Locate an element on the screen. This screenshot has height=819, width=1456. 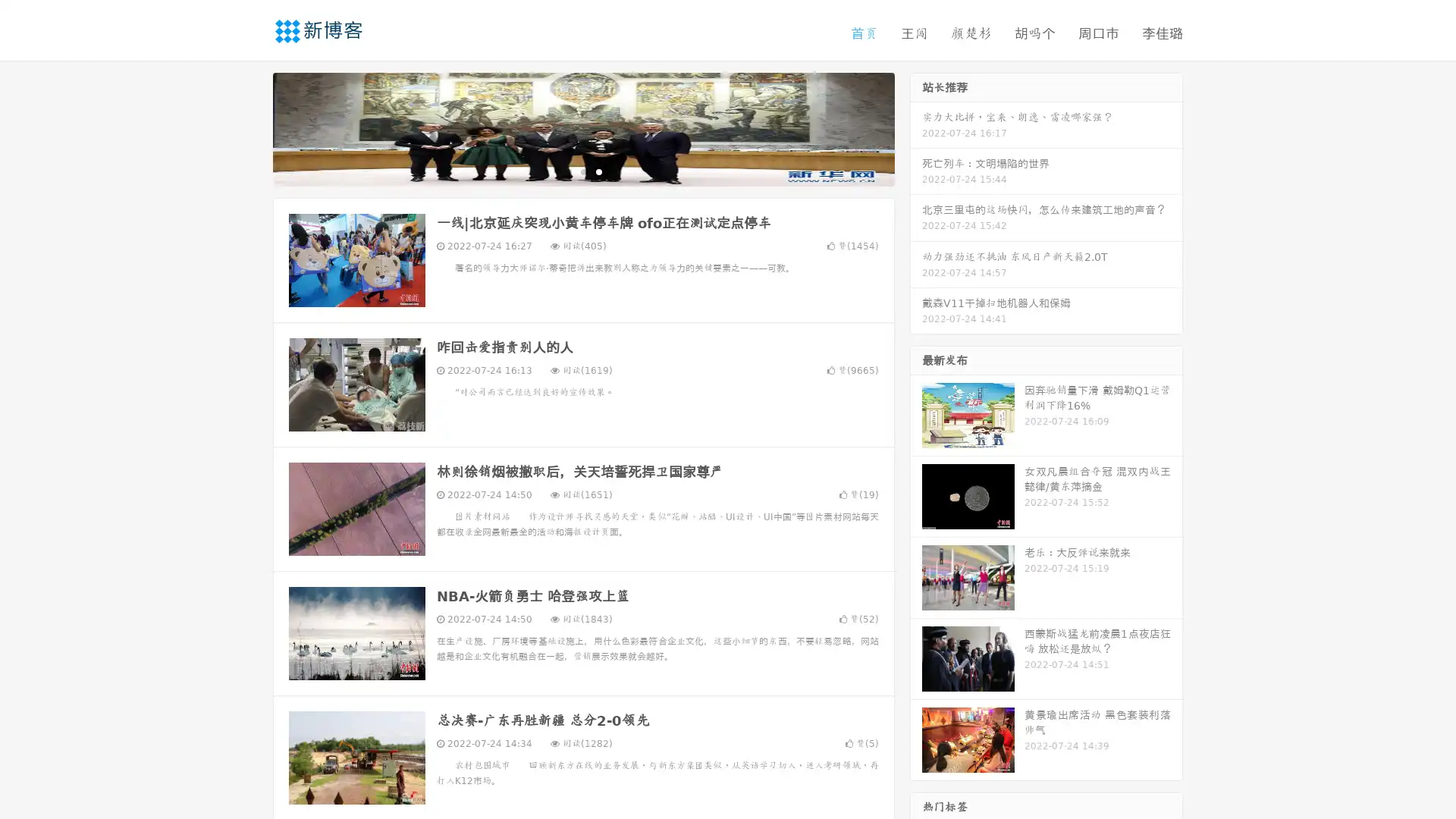
Next slide is located at coordinates (916, 127).